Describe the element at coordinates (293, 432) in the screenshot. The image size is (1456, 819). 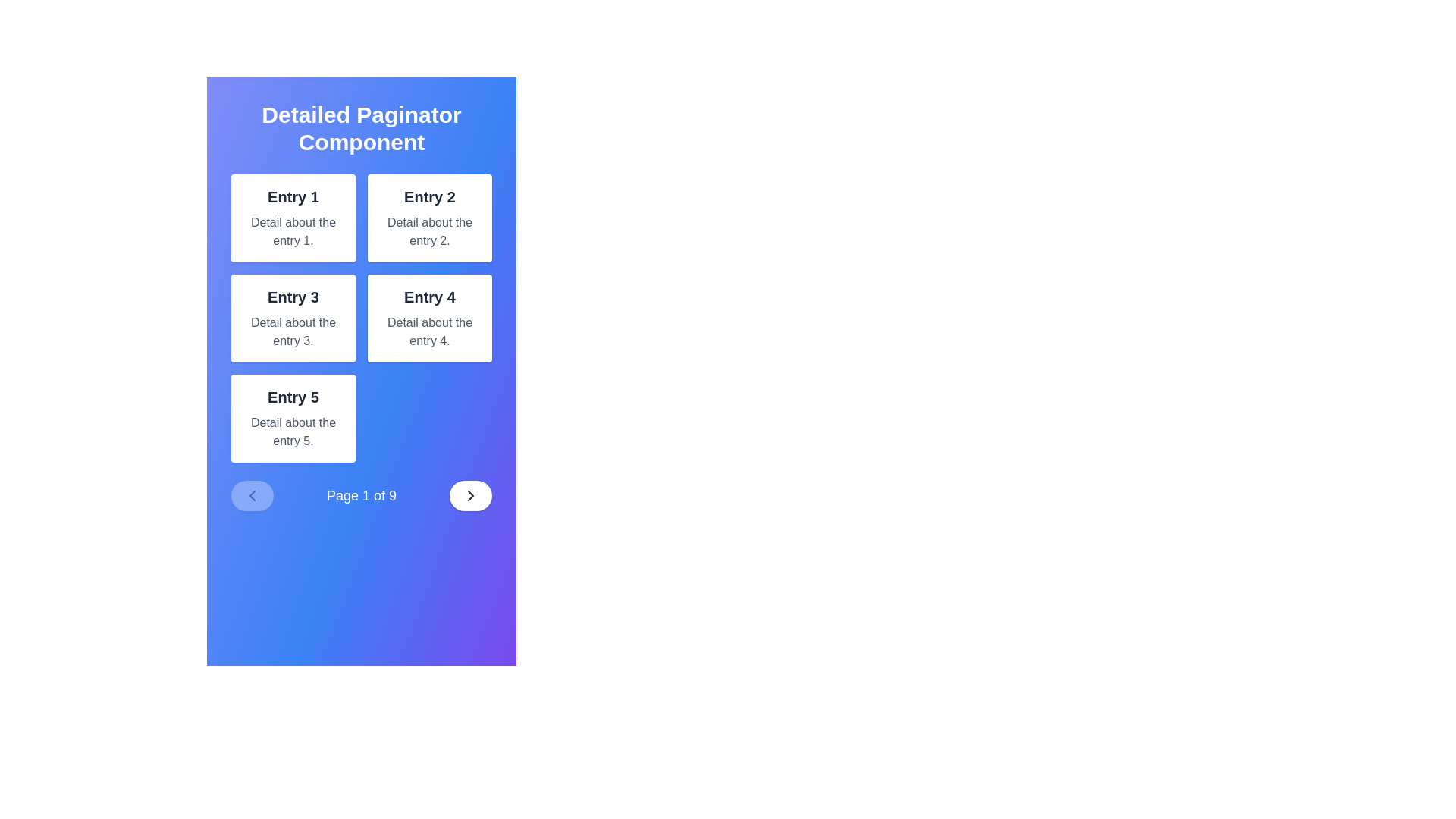
I see `the Text label that provides a description for 'Entry 5', located beneath the primary heading within the card in the bottom-left corner of the grid layout` at that location.